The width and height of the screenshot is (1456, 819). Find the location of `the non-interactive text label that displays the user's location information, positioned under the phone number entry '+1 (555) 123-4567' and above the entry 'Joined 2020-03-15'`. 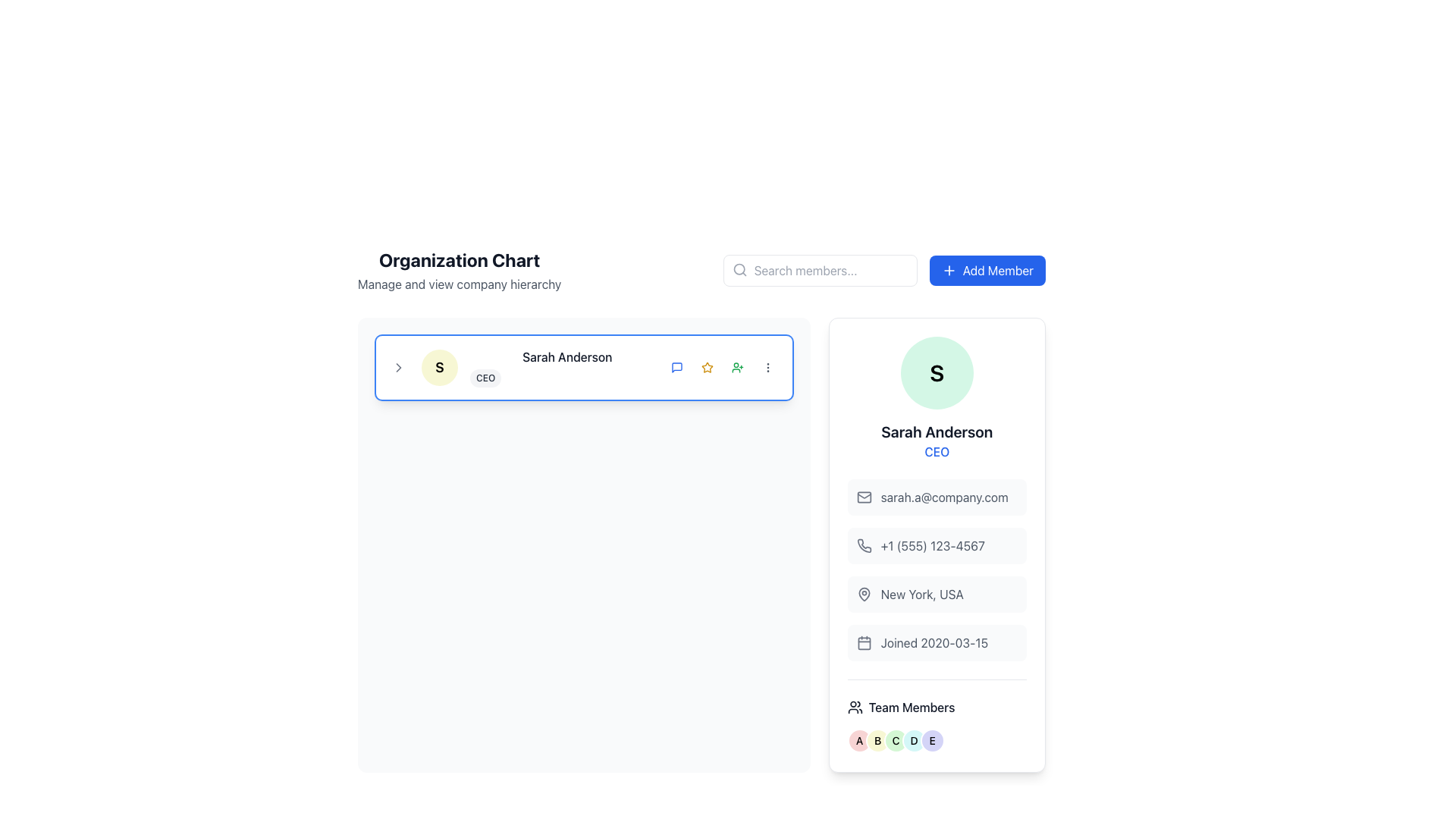

the non-interactive text label that displays the user's location information, positioned under the phone number entry '+1 (555) 123-4567' and above the entry 'Joined 2020-03-15' is located at coordinates (936, 593).